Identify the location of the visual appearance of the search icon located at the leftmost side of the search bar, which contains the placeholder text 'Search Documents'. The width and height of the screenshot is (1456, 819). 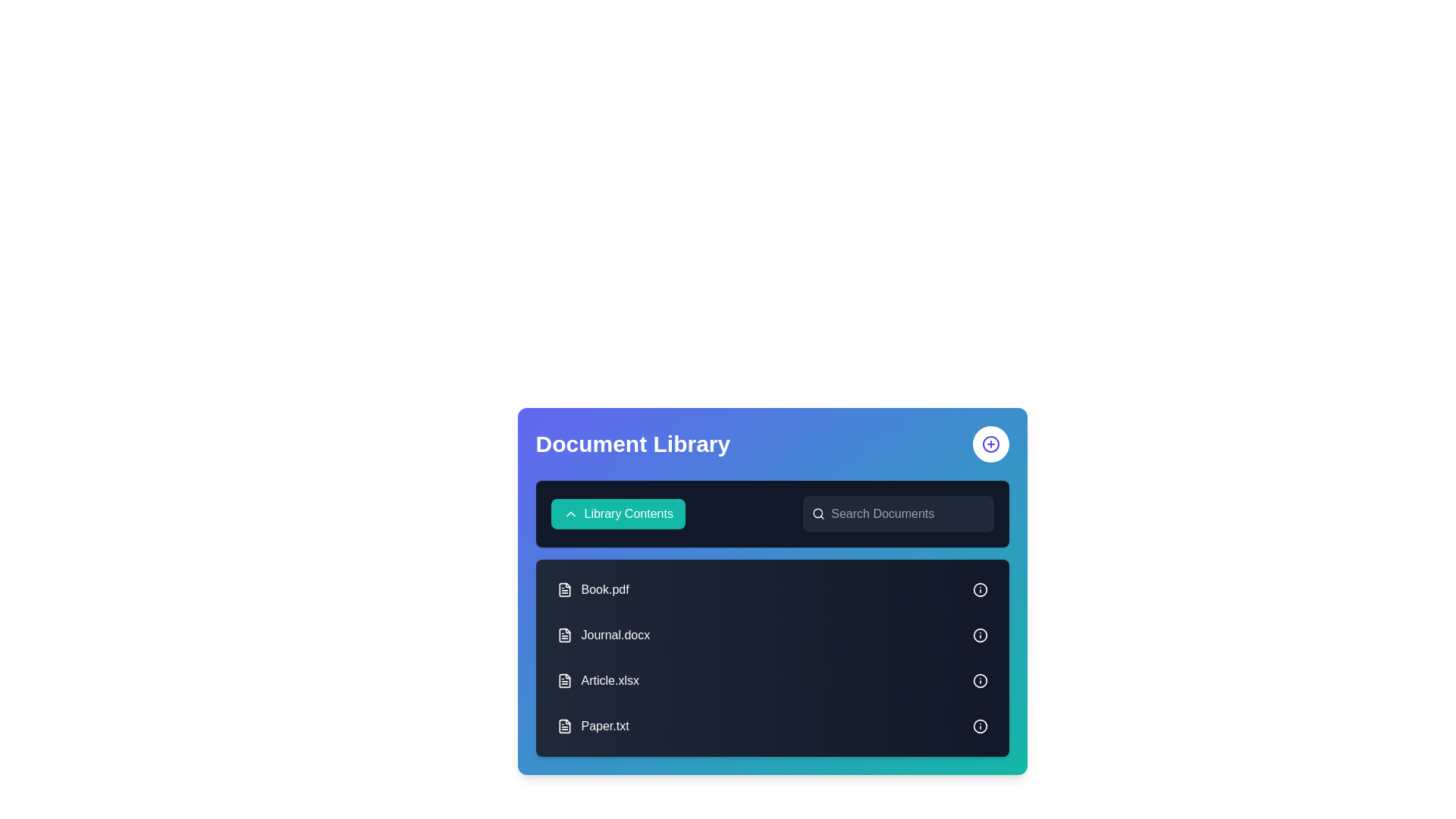
(817, 513).